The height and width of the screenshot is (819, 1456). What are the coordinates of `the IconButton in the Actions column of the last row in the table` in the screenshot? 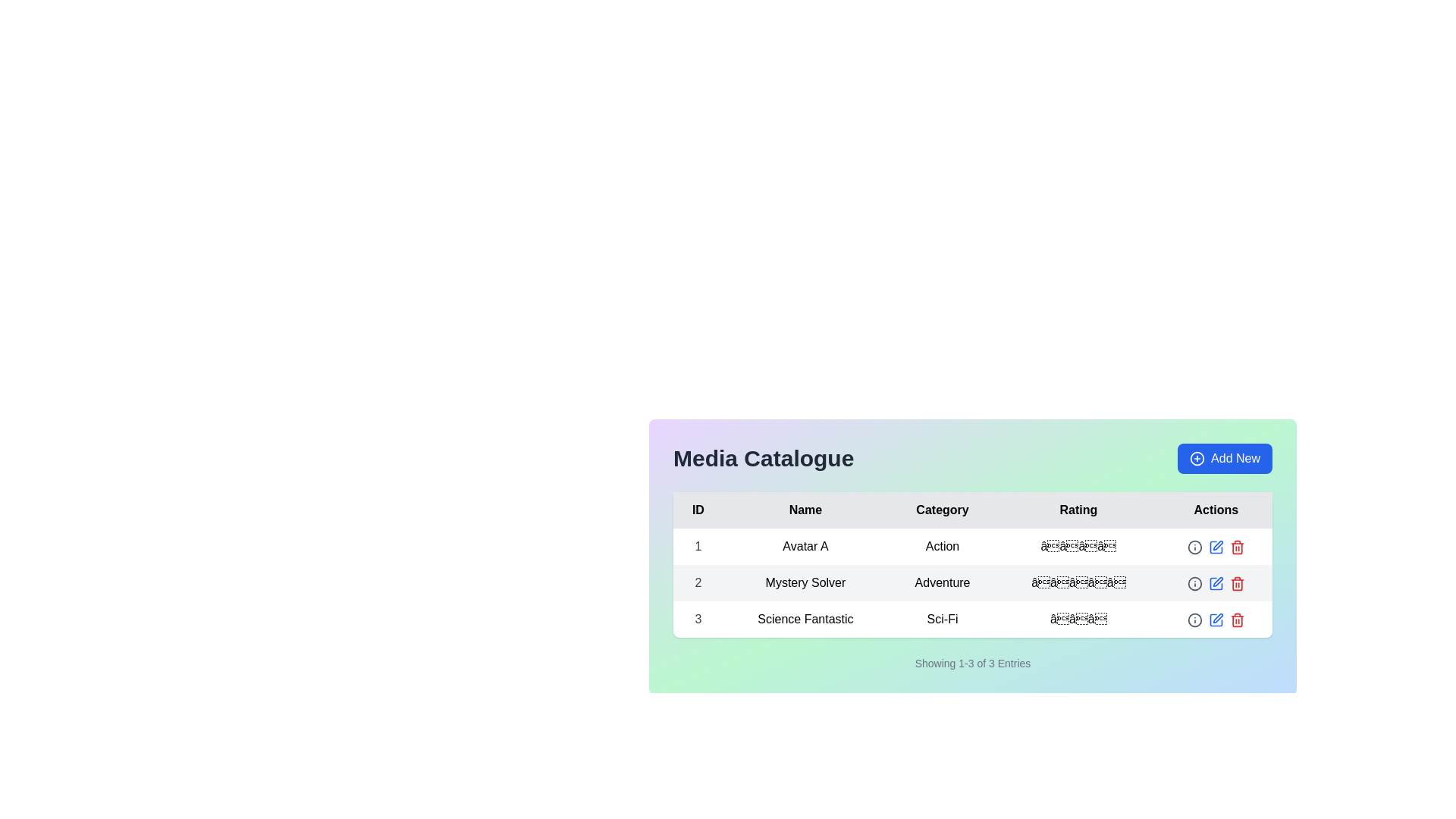 It's located at (1194, 620).